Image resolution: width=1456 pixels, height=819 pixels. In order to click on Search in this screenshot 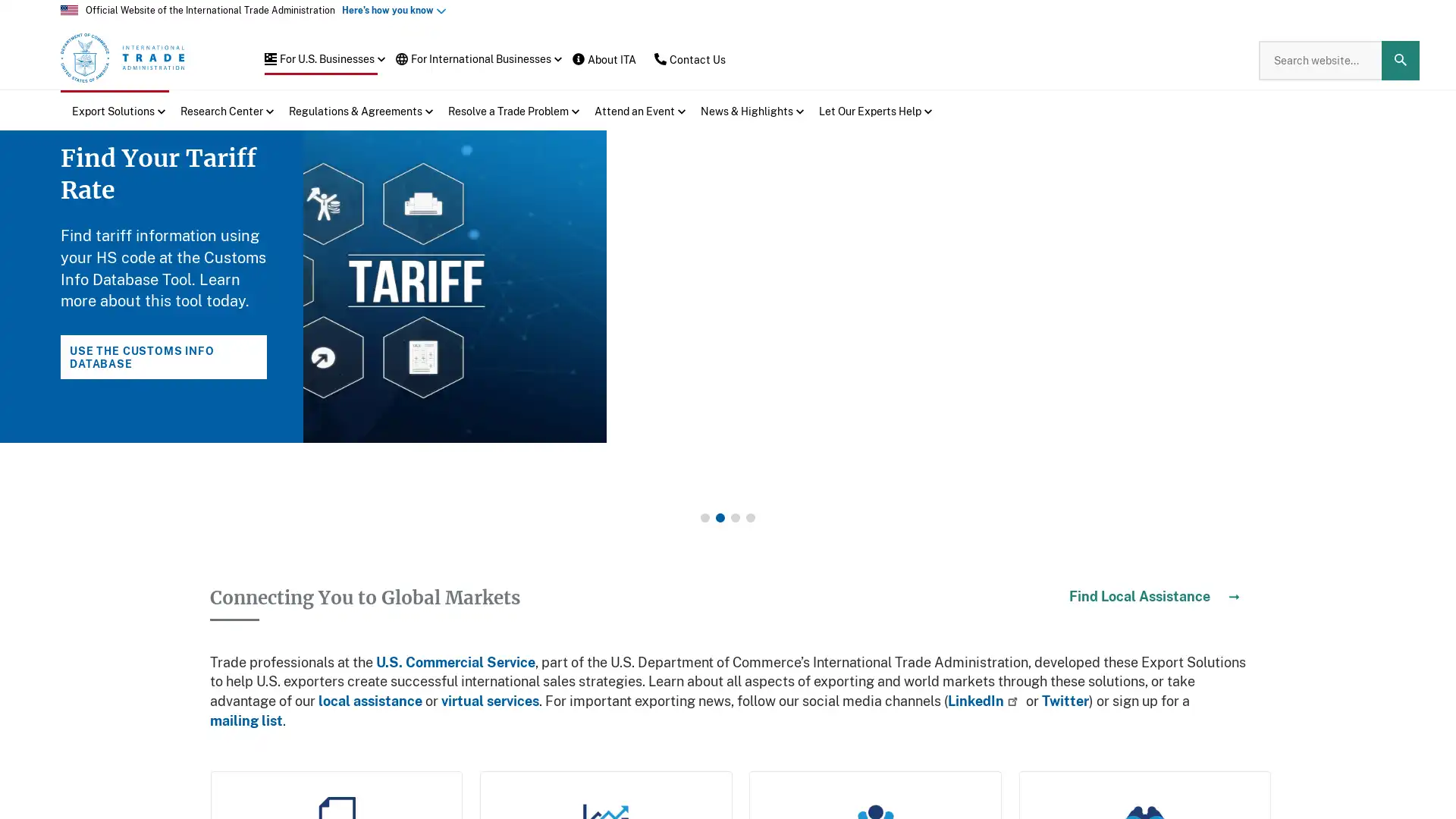, I will do `click(1400, 58)`.